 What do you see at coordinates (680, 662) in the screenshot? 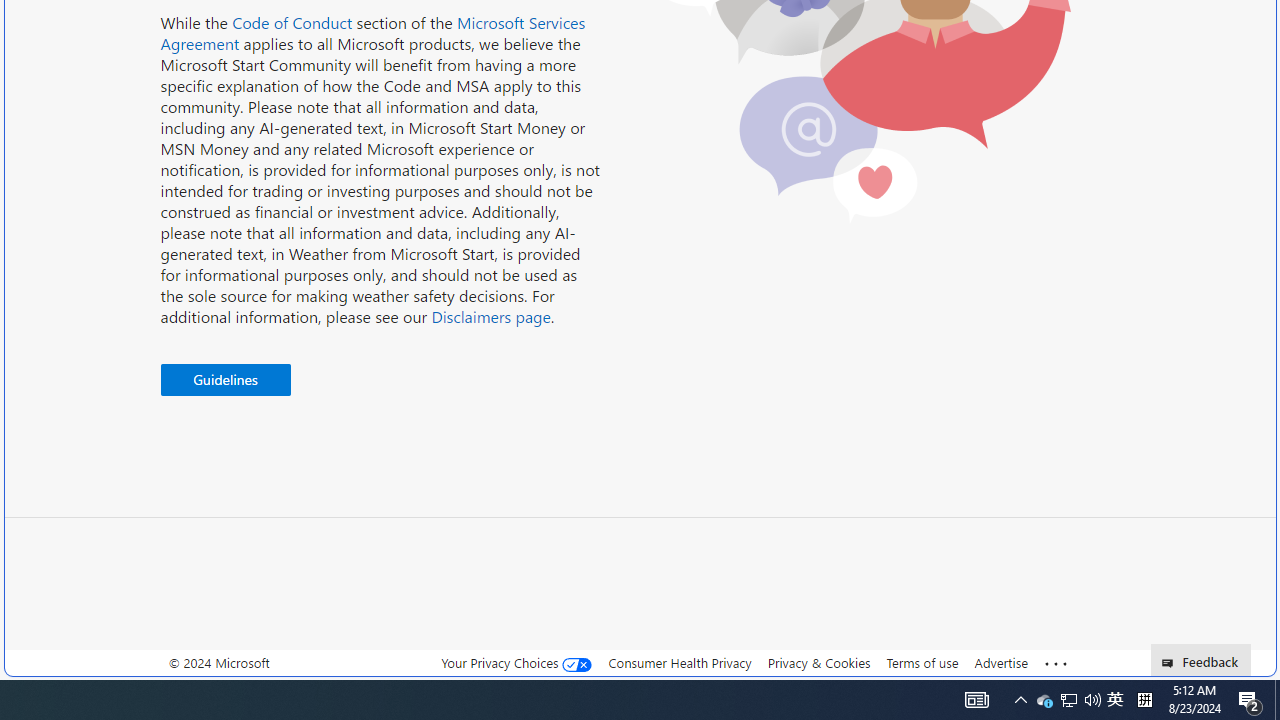
I see `'Consumer Health Privacy'` at bounding box center [680, 662].